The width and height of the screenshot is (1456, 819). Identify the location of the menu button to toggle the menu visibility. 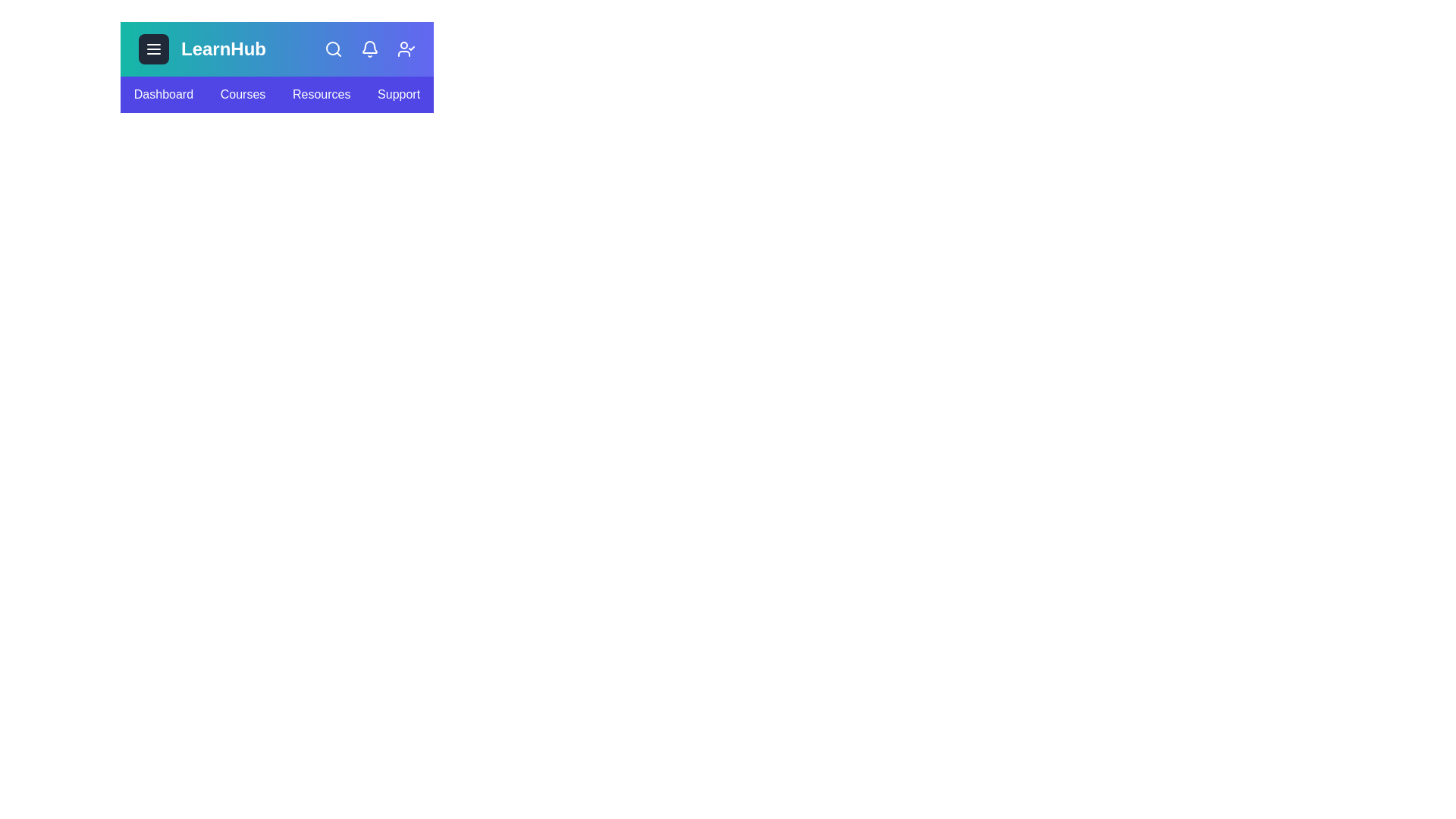
(153, 49).